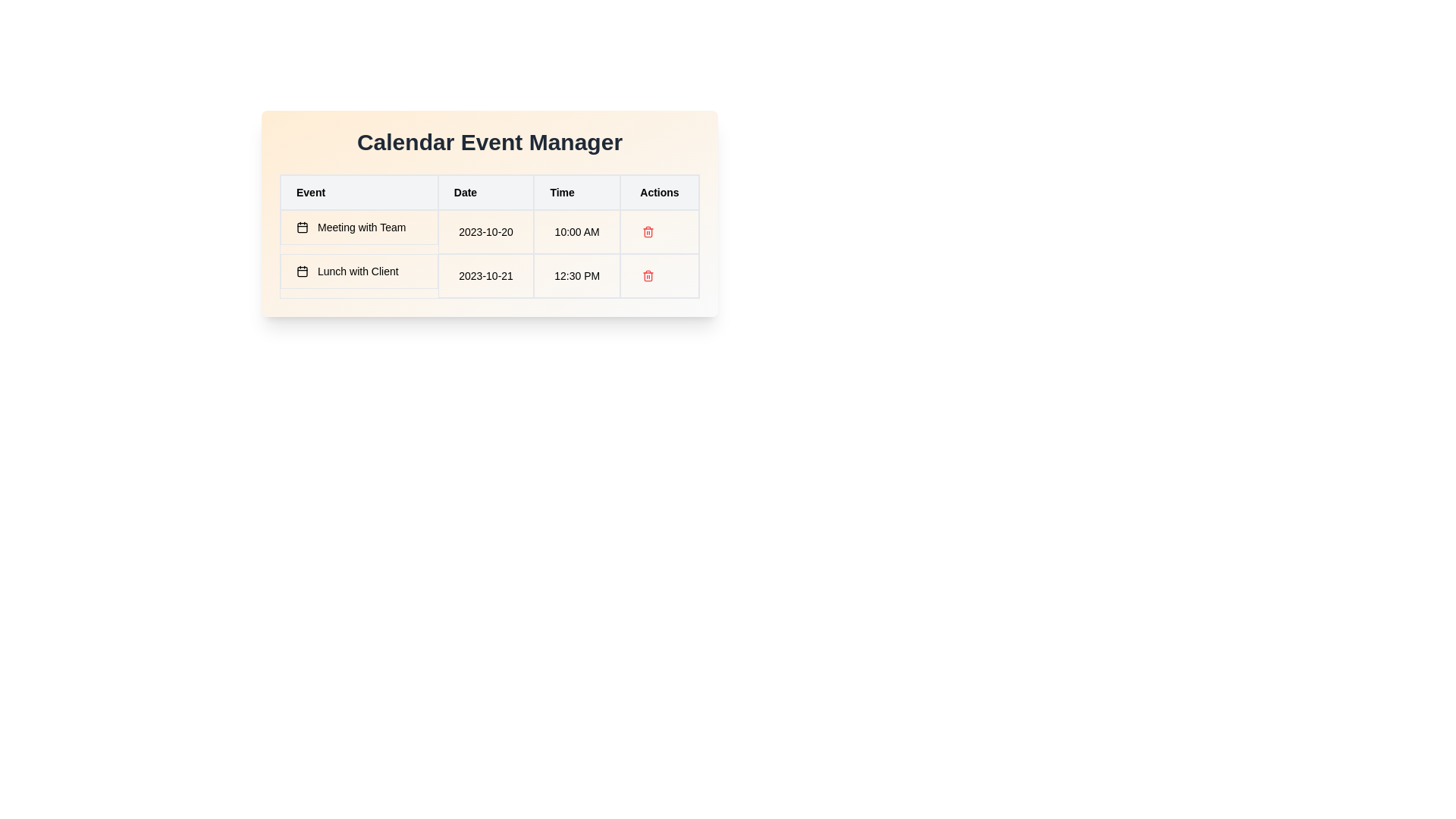 The image size is (1456, 819). What do you see at coordinates (648, 275) in the screenshot?
I see `the Icon button in the 'Actions' column of the second row in the 'Calendar Event Manager' table` at bounding box center [648, 275].